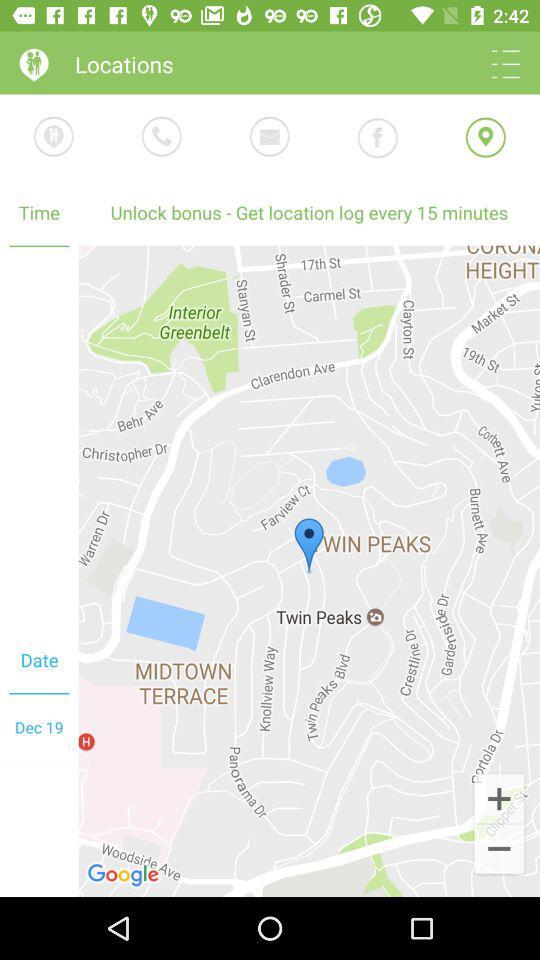 The height and width of the screenshot is (960, 540). I want to click on unlock bonus get, so click(309, 212).